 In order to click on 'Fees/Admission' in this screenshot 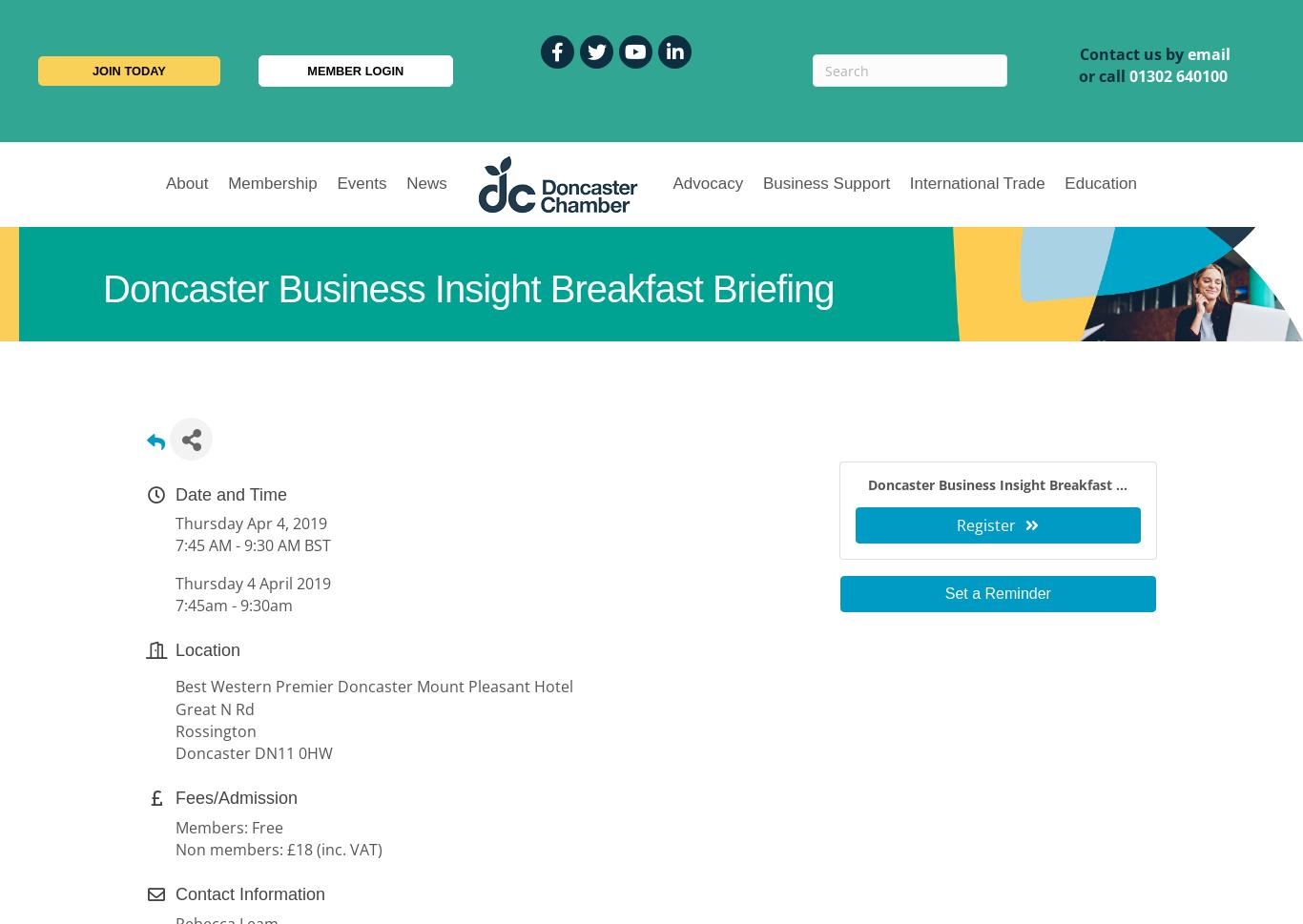, I will do `click(237, 798)`.